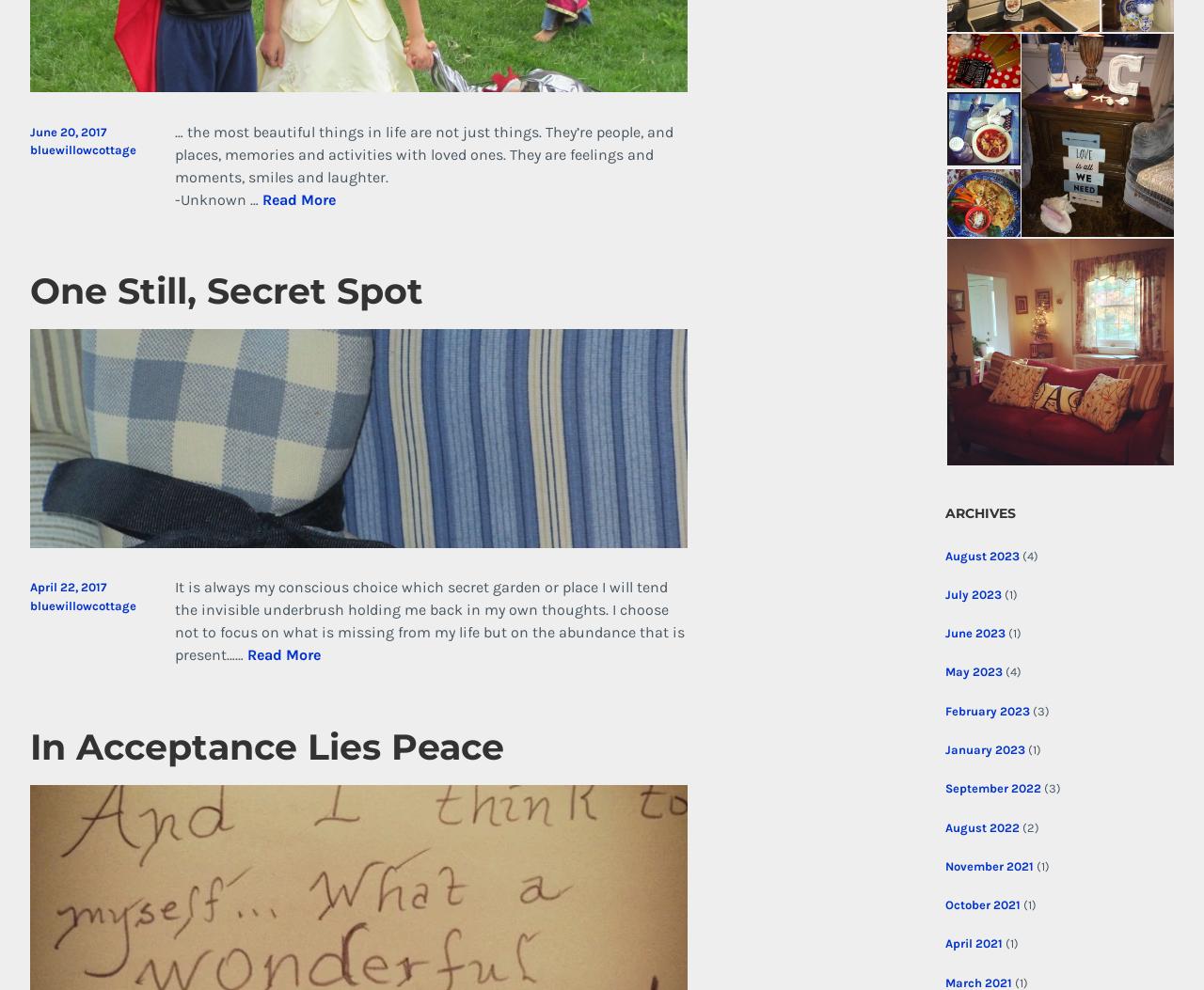 This screenshot has width=1204, height=990. What do you see at coordinates (944, 787) in the screenshot?
I see `'September 2022'` at bounding box center [944, 787].